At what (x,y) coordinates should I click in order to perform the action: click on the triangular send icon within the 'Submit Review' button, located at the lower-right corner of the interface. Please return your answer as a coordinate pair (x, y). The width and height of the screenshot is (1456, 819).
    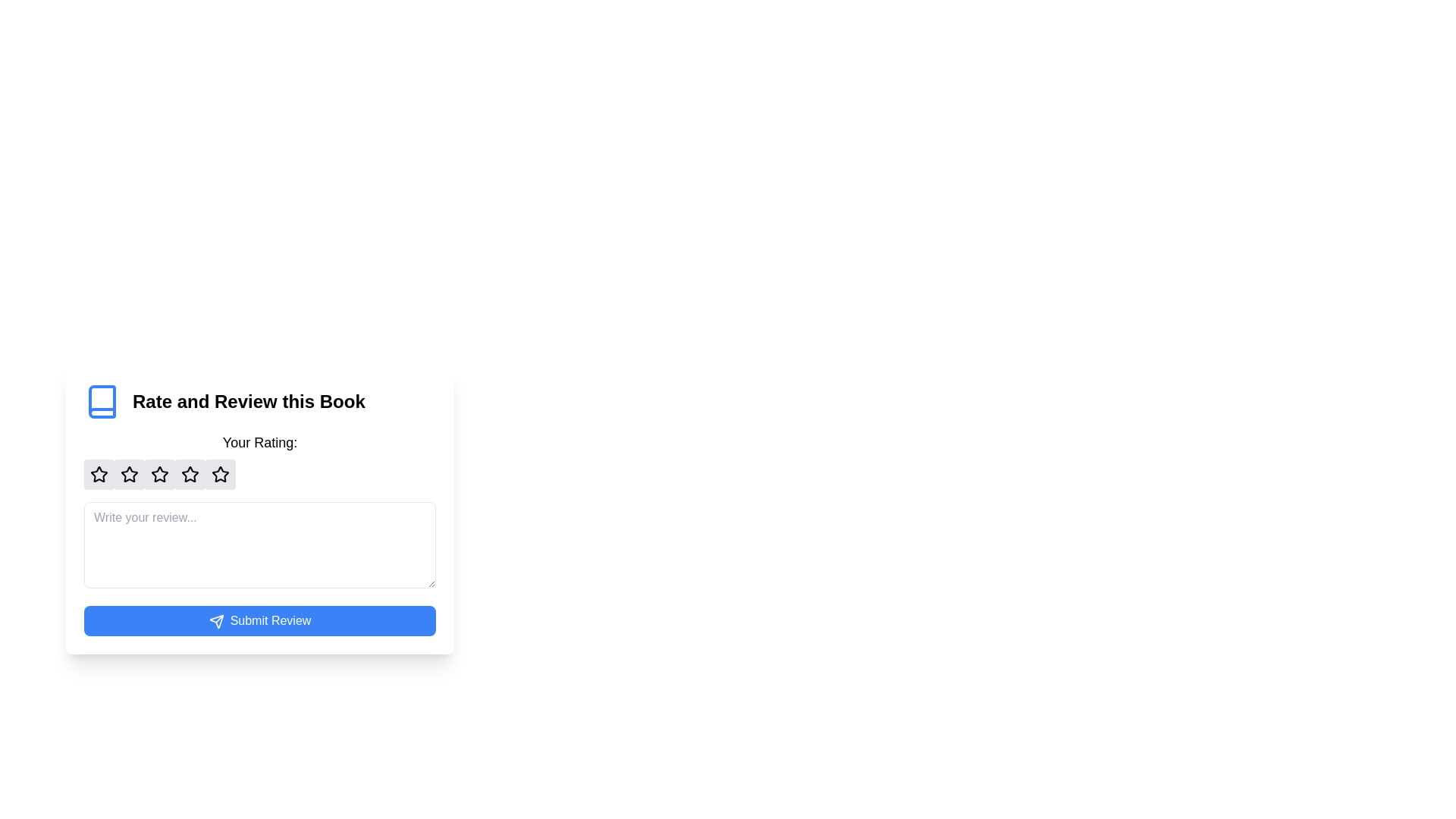
    Looking at the image, I should click on (215, 621).